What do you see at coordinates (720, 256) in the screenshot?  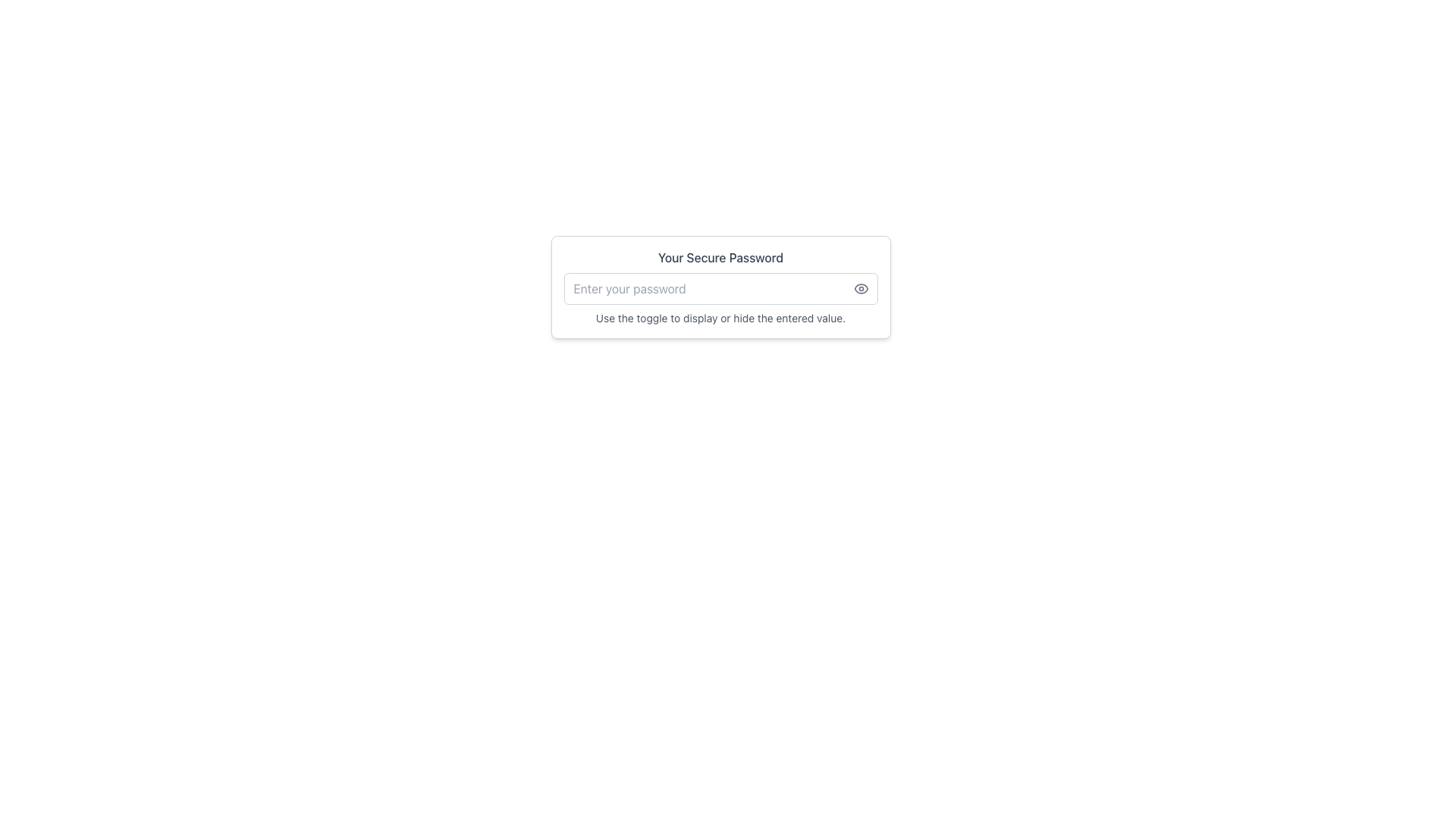 I see `the label indicating the purpose of the password input field, which is centrally aligned above the input and toggle elements` at bounding box center [720, 256].